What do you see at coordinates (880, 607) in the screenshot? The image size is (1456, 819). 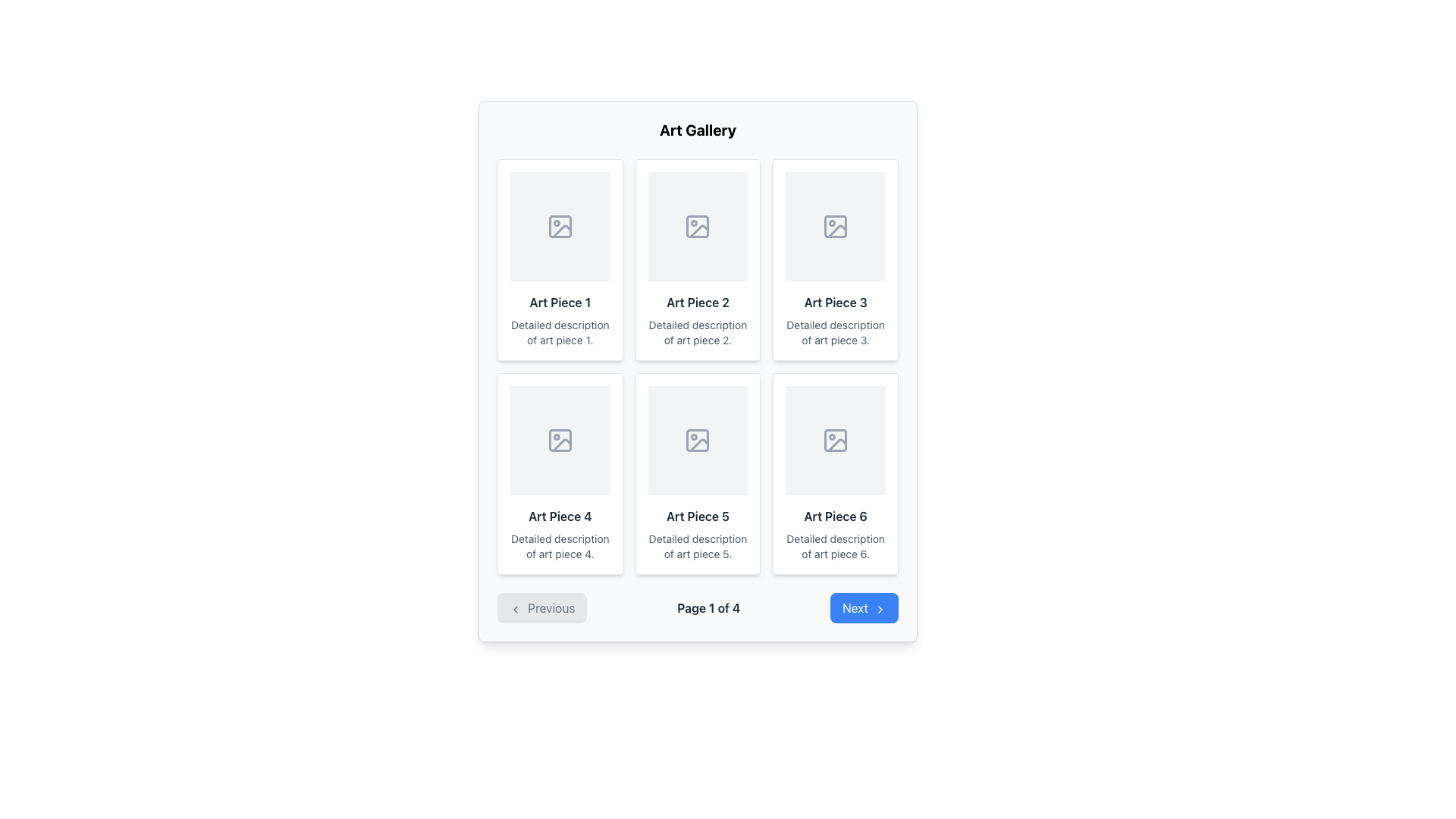 I see `the chevron icon located at the far-right side of the 'Next' button, which indicates navigation to the next page or section` at bounding box center [880, 607].